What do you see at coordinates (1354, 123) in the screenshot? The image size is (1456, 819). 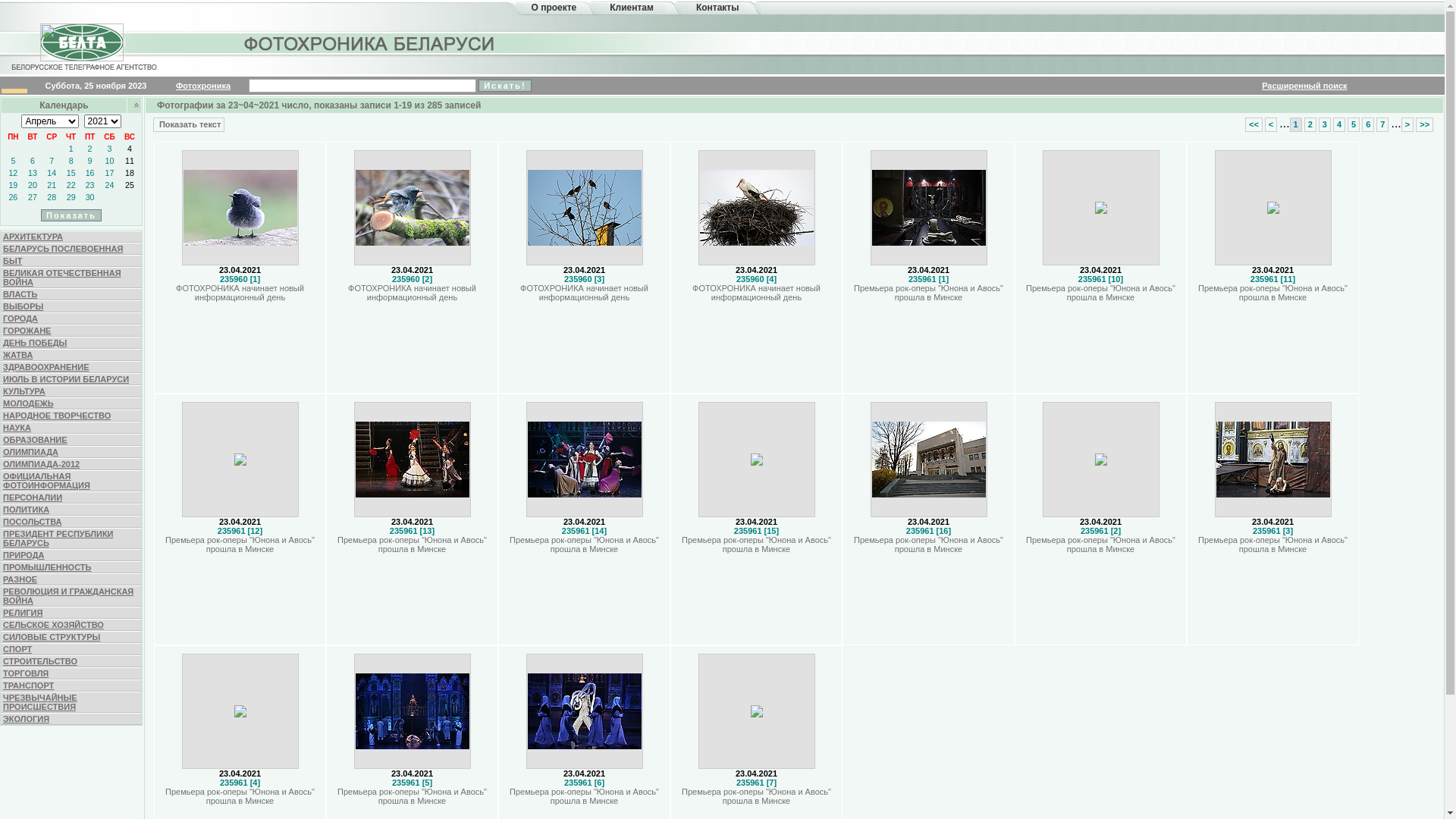 I see `'5'` at bounding box center [1354, 123].